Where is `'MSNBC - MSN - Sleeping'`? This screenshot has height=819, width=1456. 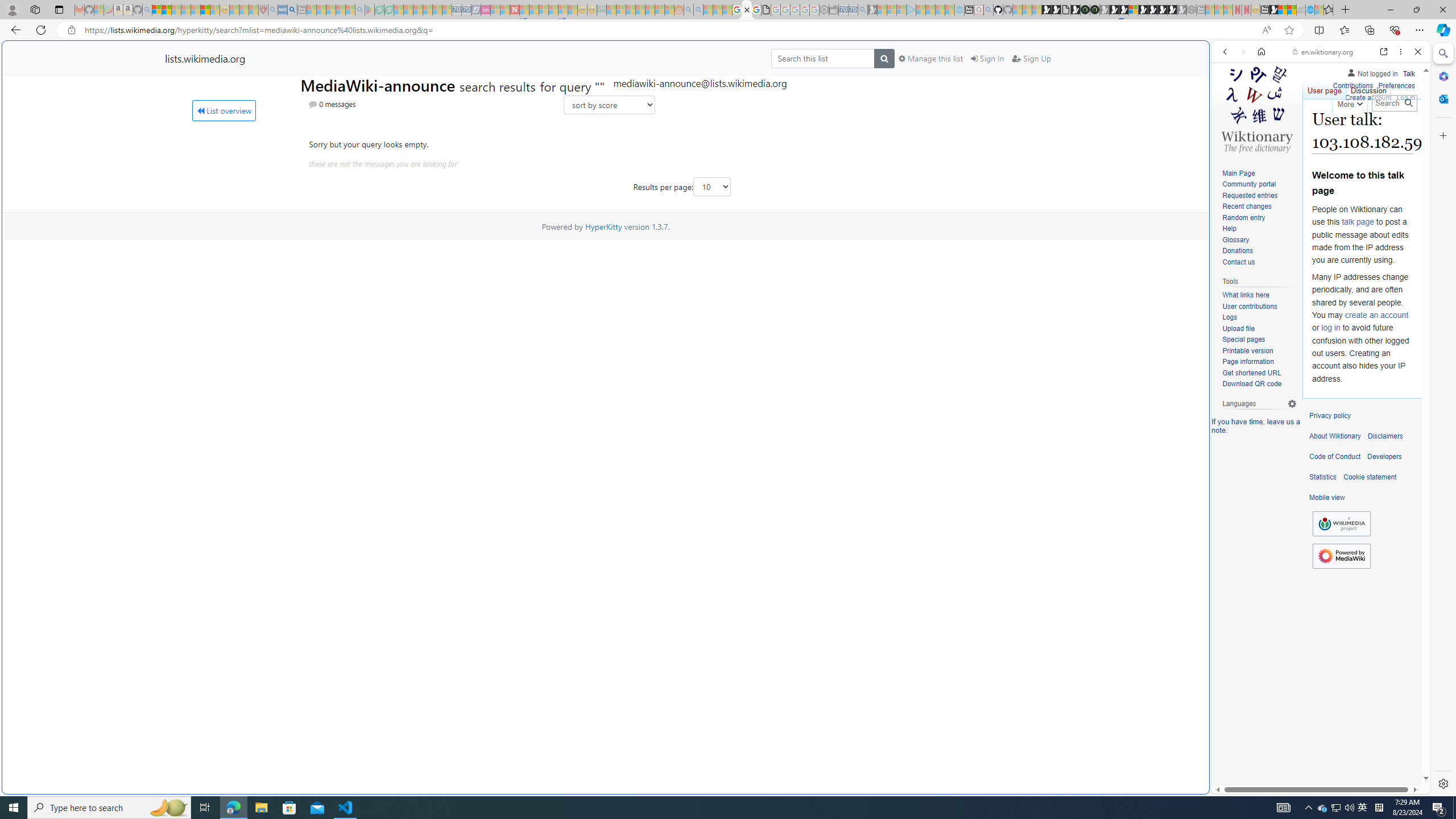 'MSNBC - MSN - Sleeping' is located at coordinates (611, 9).